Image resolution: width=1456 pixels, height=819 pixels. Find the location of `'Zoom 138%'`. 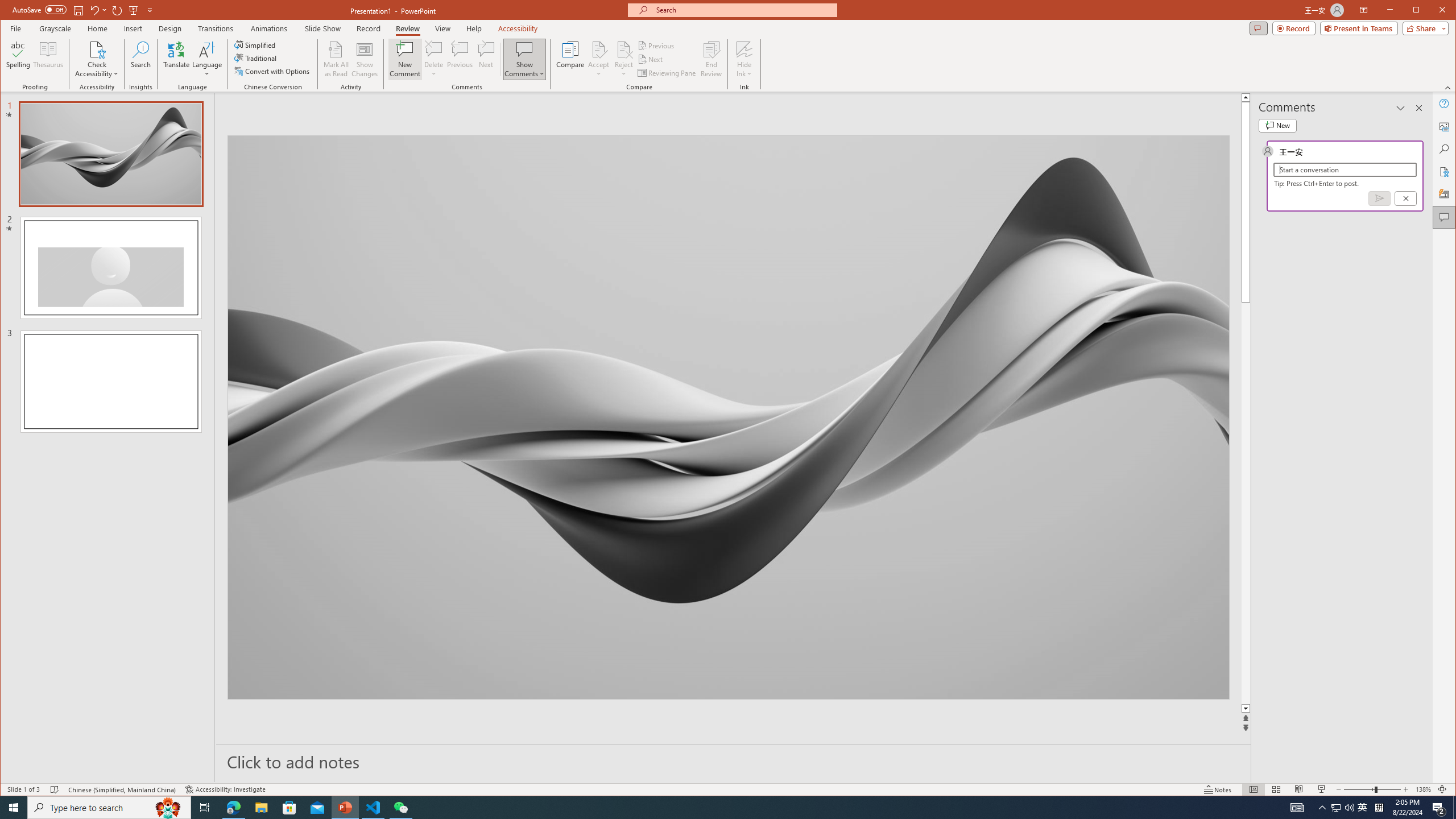

'Zoom 138%' is located at coordinates (1423, 789).